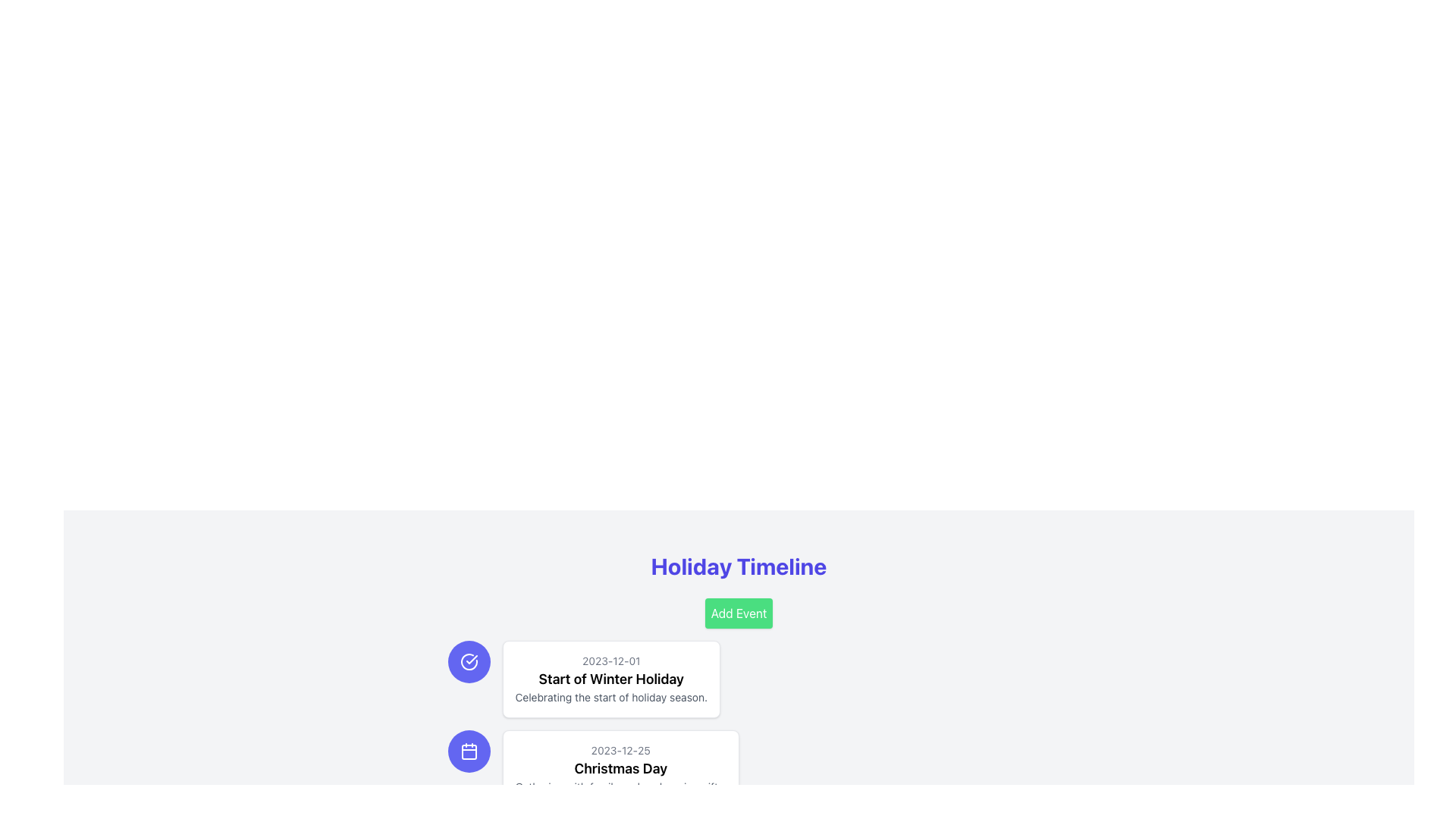 This screenshot has width=1456, height=819. Describe the element at coordinates (471, 659) in the screenshot. I see `the check mark icon, which is a minimalistic design with a thin stroke housed within a circular component located at the top left area near the calendar entries` at that location.